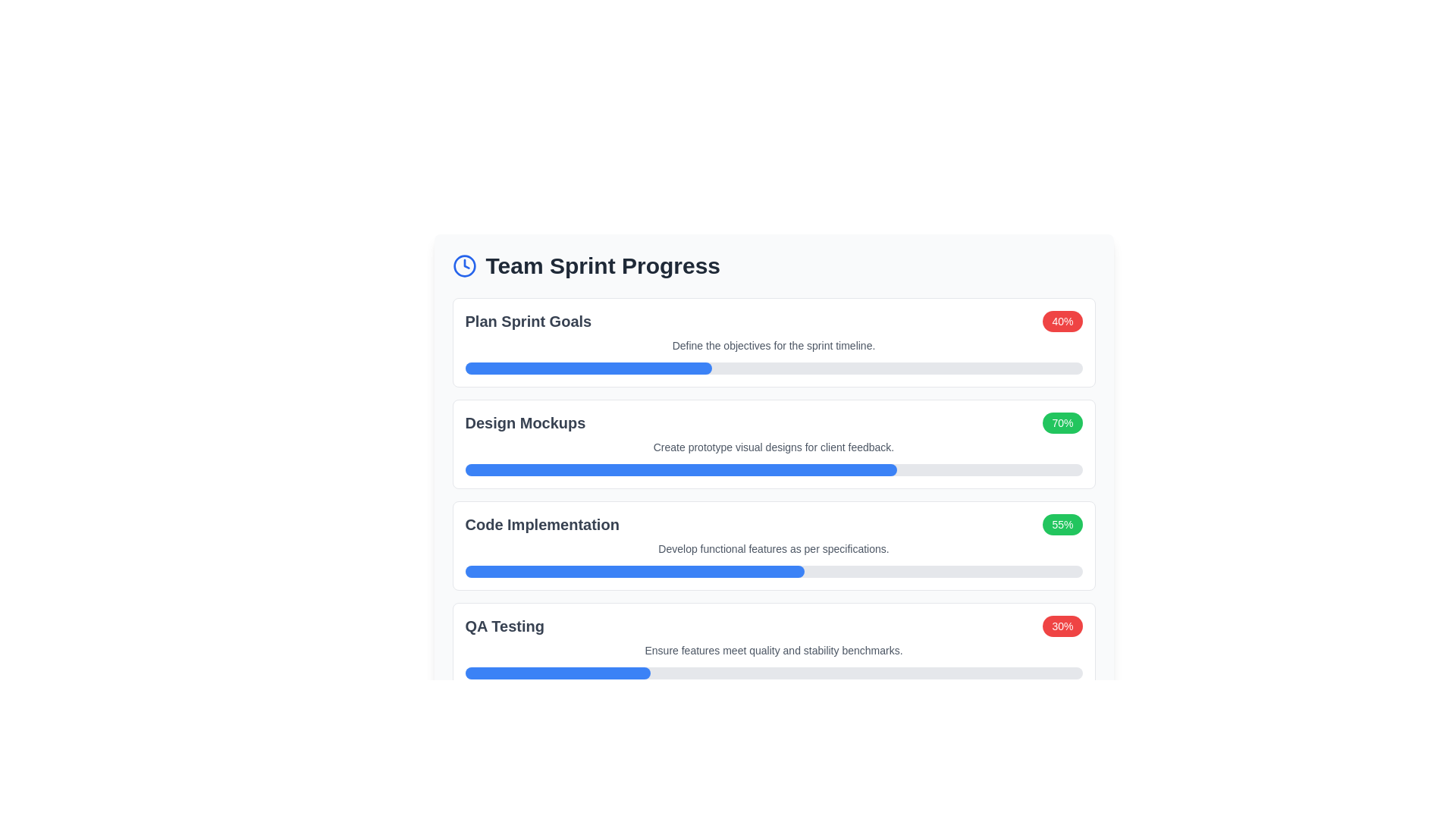  Describe the element at coordinates (463, 265) in the screenshot. I see `the decorative clock icon located to the left of the 'Team Sprint Progress' heading at the top of the interface` at that location.